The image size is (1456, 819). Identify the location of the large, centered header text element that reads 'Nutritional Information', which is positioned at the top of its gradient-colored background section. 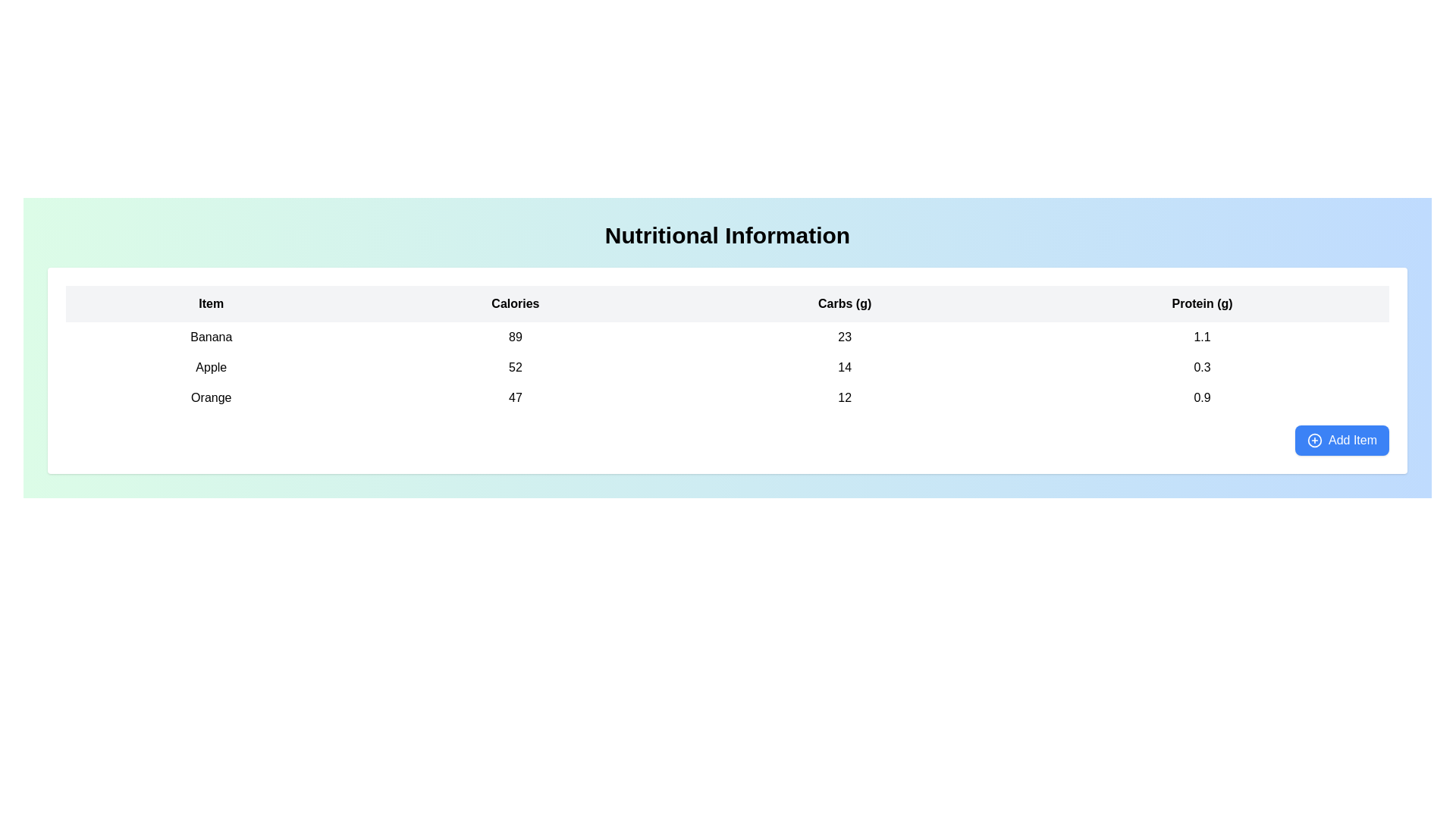
(726, 236).